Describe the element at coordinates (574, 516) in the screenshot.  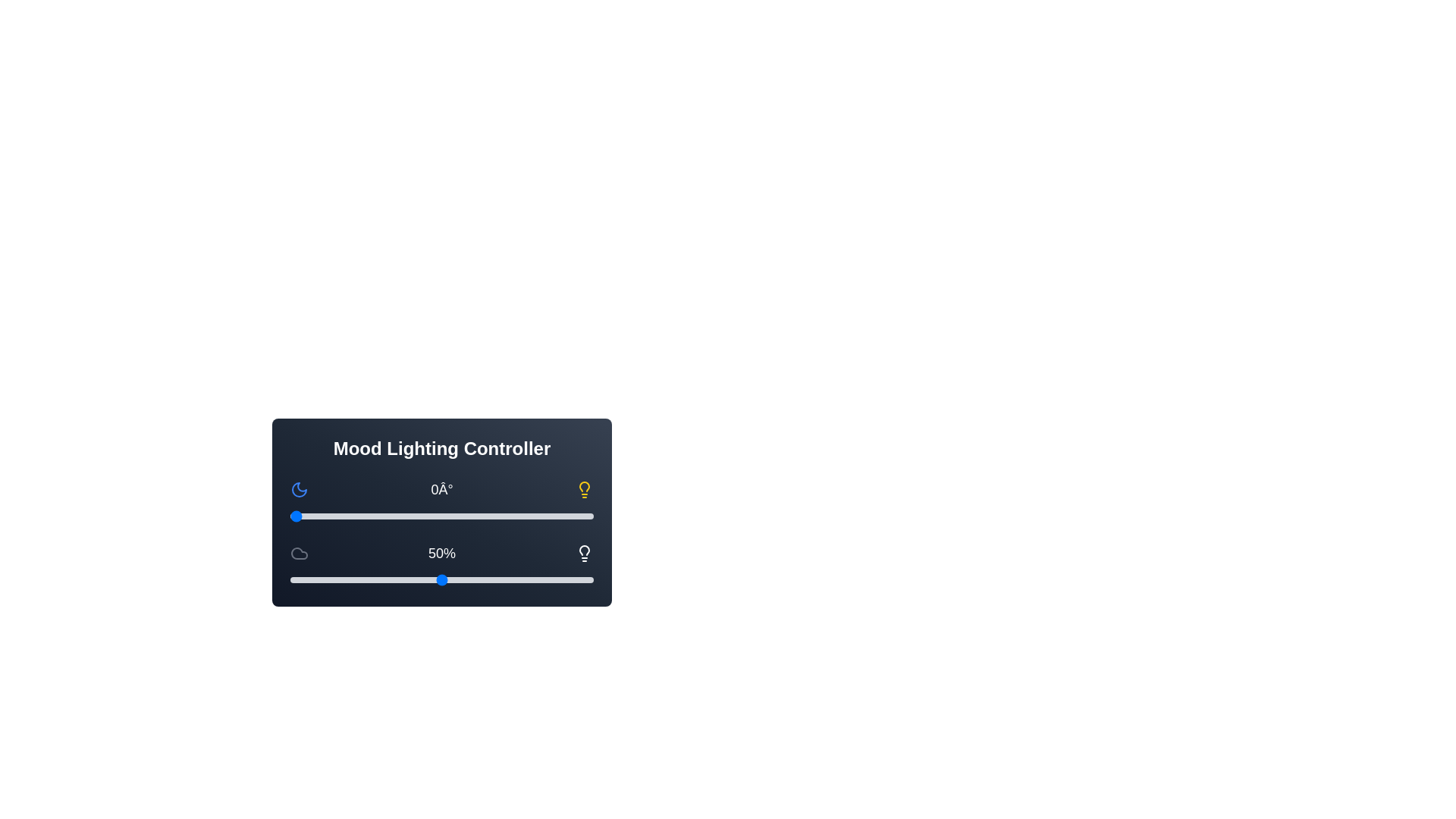
I see `the hue slider to 338 degrees` at that location.